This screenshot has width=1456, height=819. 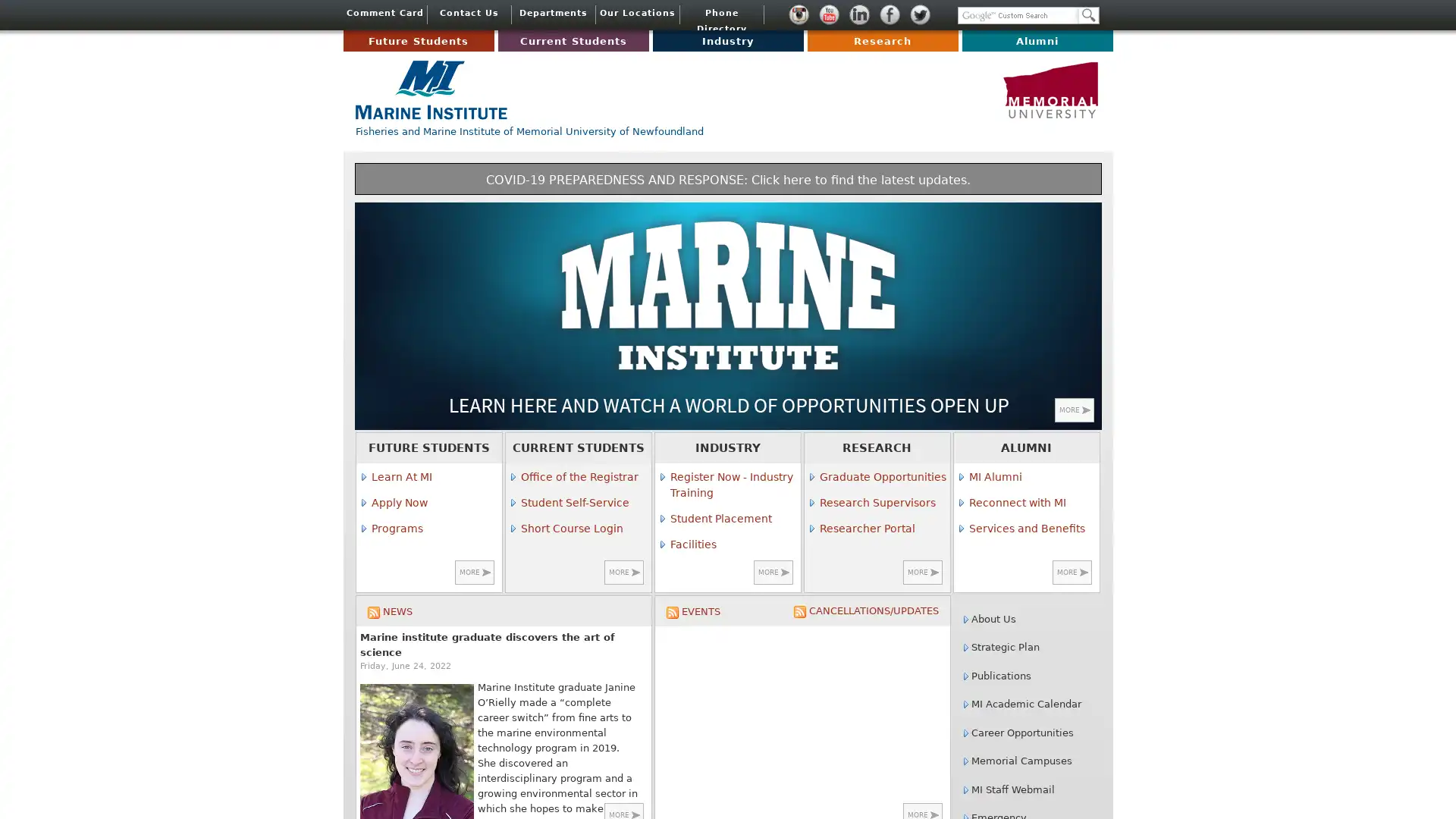 What do you see at coordinates (1087, 15) in the screenshot?
I see `Search` at bounding box center [1087, 15].